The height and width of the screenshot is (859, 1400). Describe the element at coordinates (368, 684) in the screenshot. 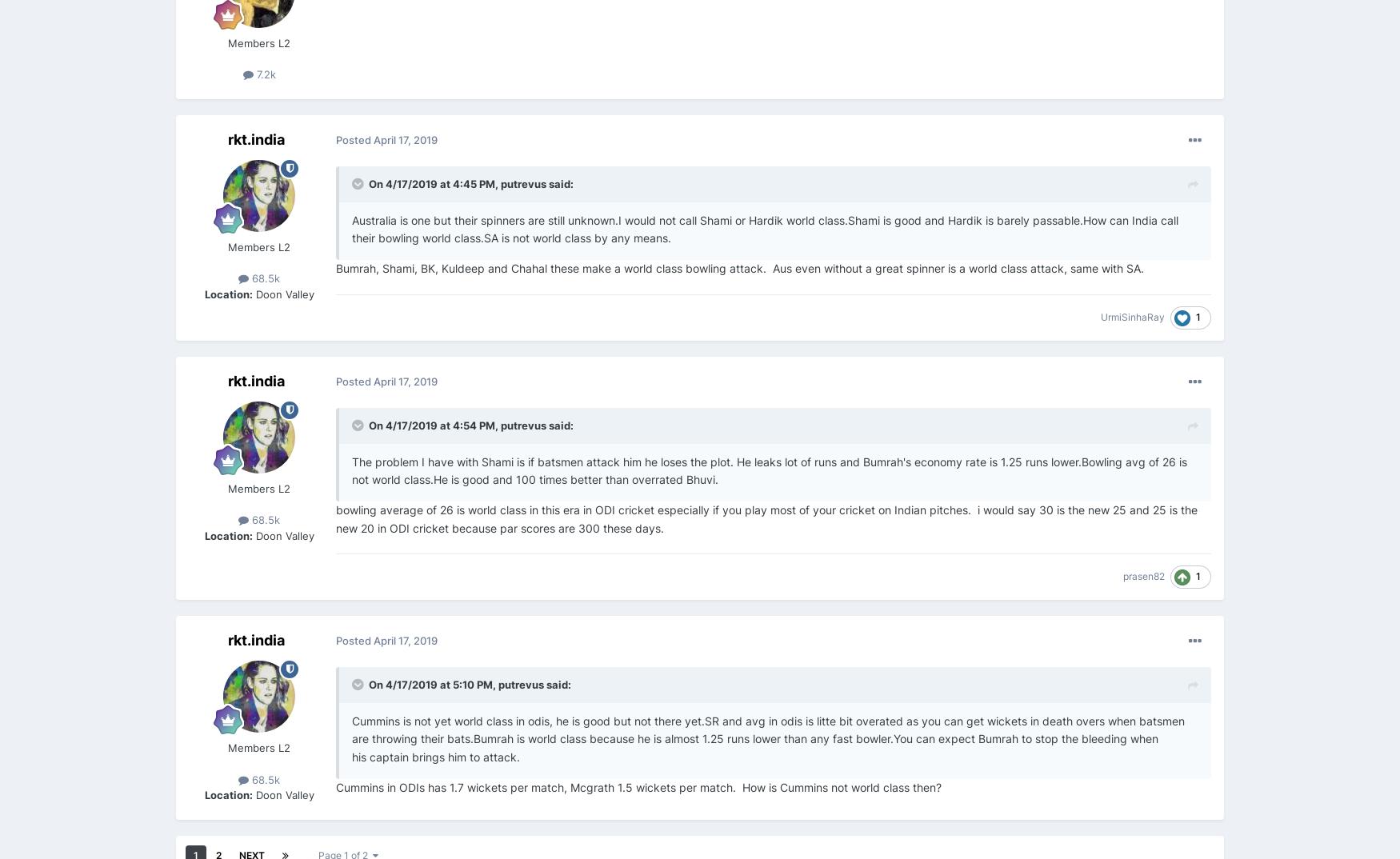

I see `'On 4/17/2019 at 5:10 PM,'` at that location.